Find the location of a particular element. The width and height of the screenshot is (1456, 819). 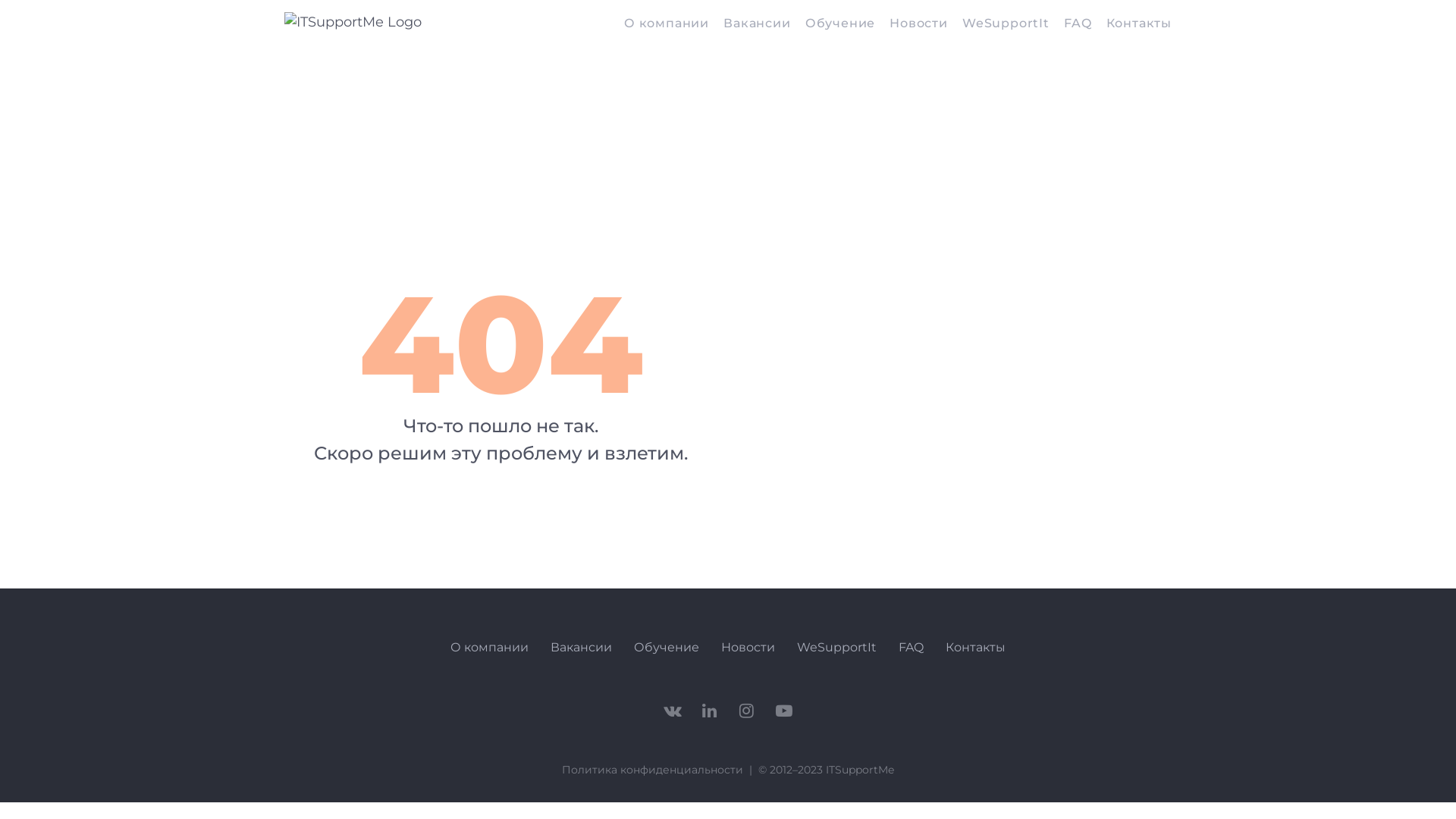

'FAQ' is located at coordinates (1076, 24).